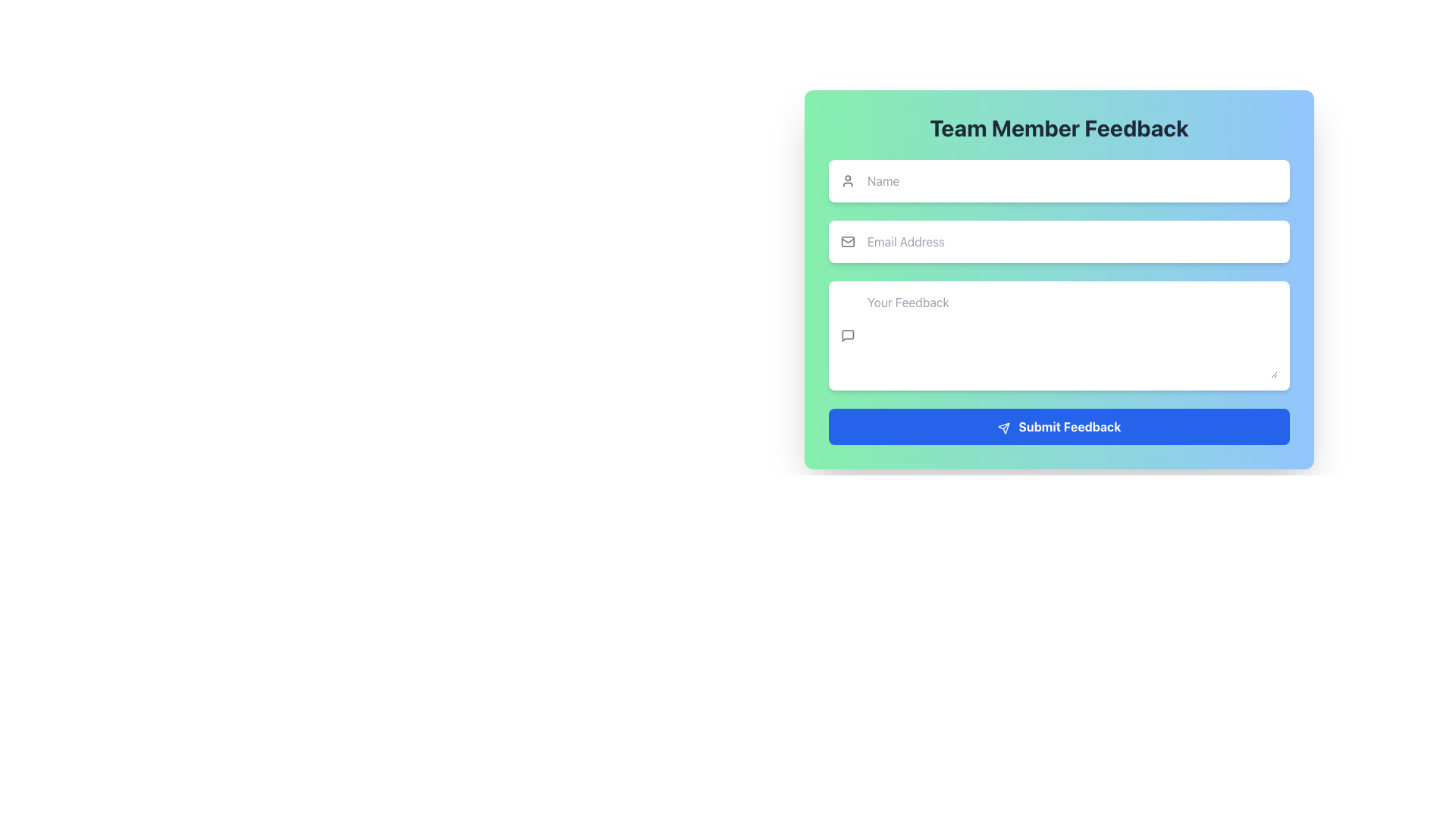 The width and height of the screenshot is (1456, 819). I want to click on the graphical background element of the email icon, which serves as a visual cue in the feedback form, so click(847, 241).